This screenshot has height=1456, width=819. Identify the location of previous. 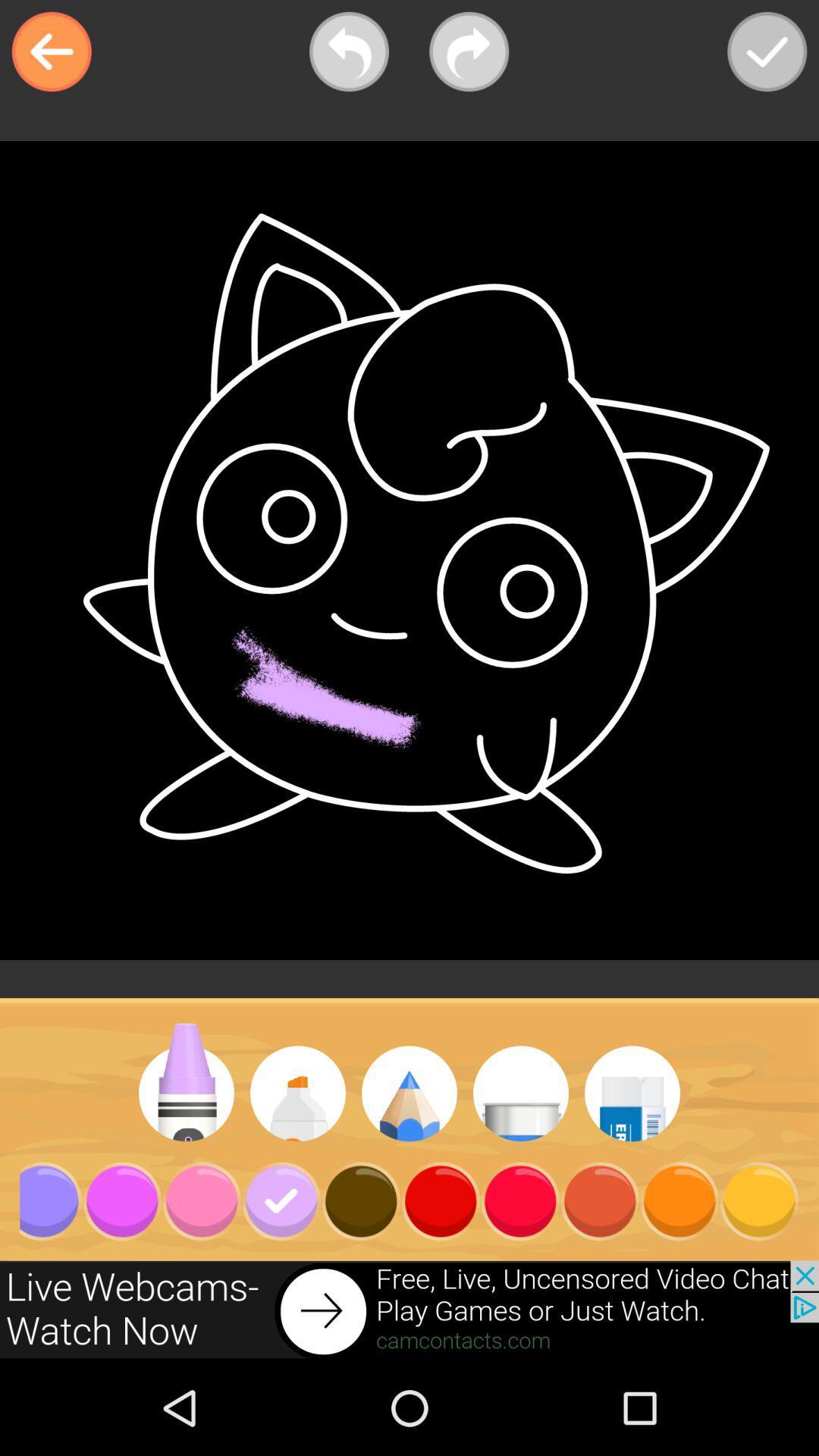
(349, 52).